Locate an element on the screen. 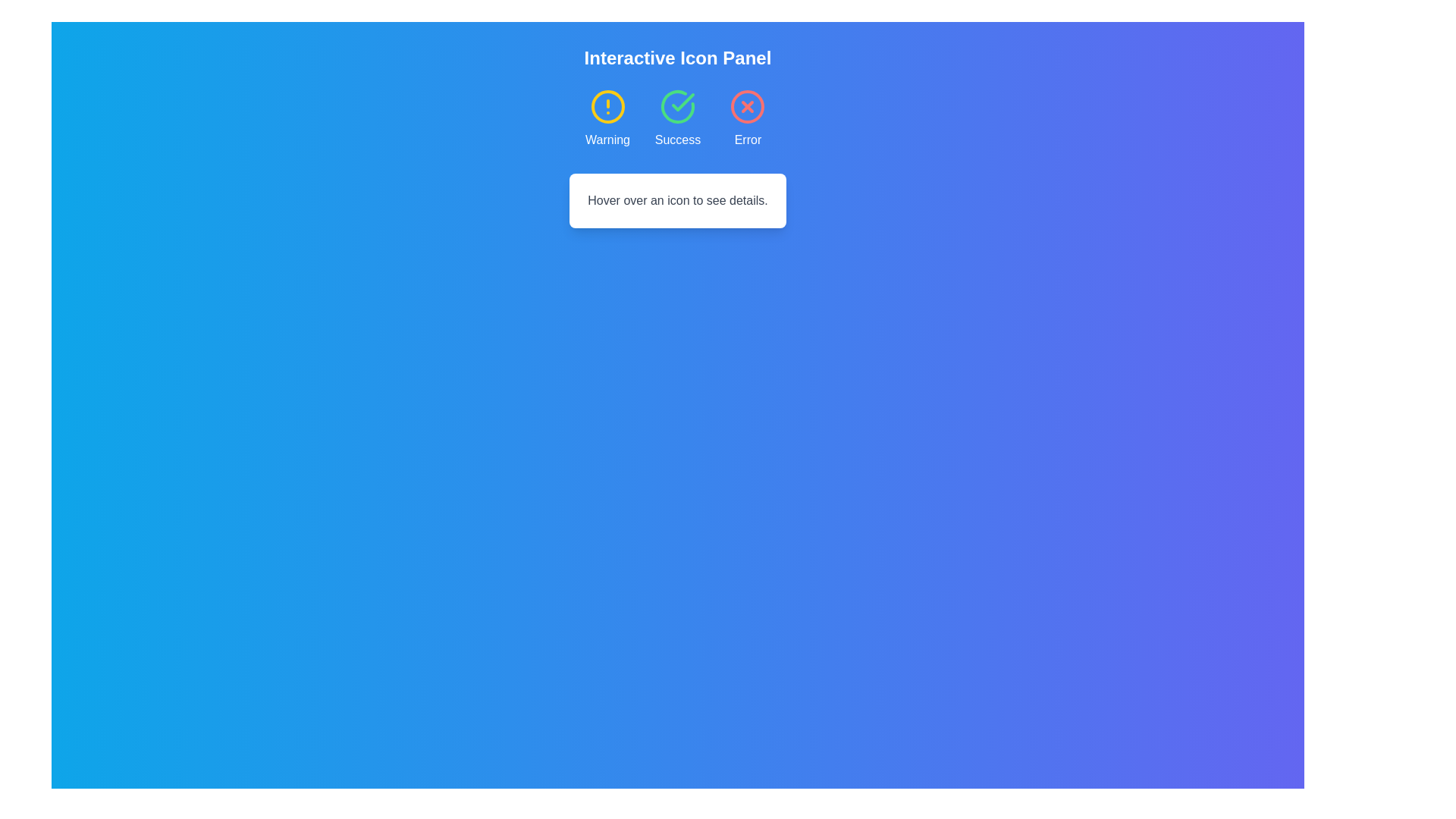 The width and height of the screenshot is (1456, 819). the 'Success' icon in the Interactive Icon Panel, which visually indicates a successful state is located at coordinates (676, 118).